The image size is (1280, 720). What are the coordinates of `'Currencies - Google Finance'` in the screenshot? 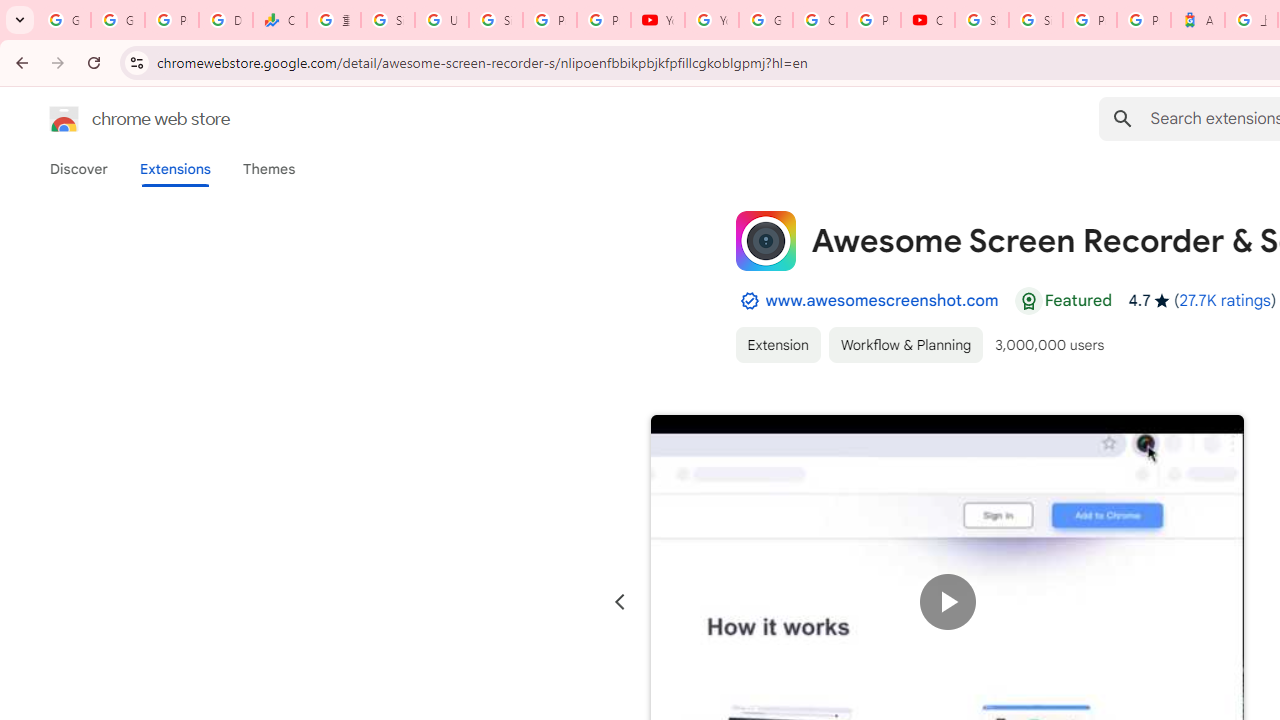 It's located at (279, 20).